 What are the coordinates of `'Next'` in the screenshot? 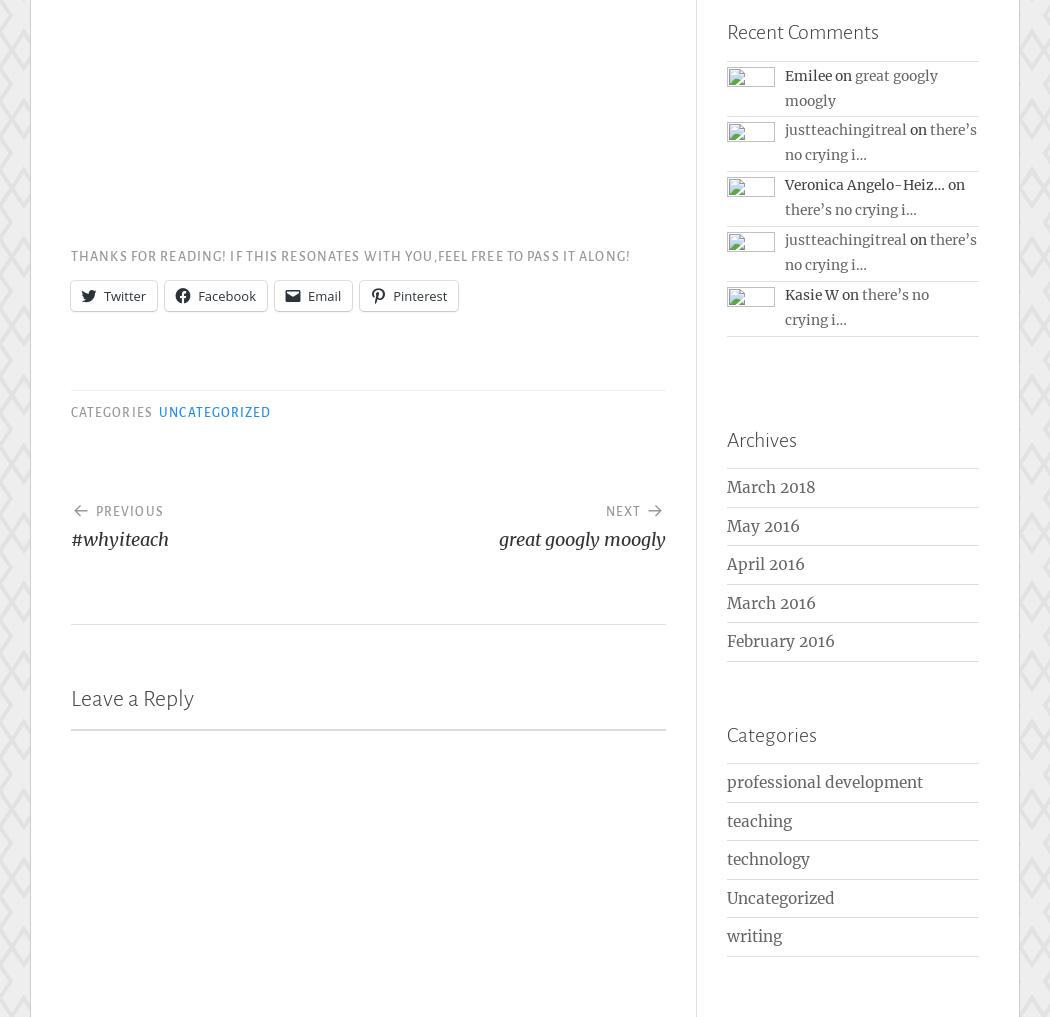 It's located at (622, 511).